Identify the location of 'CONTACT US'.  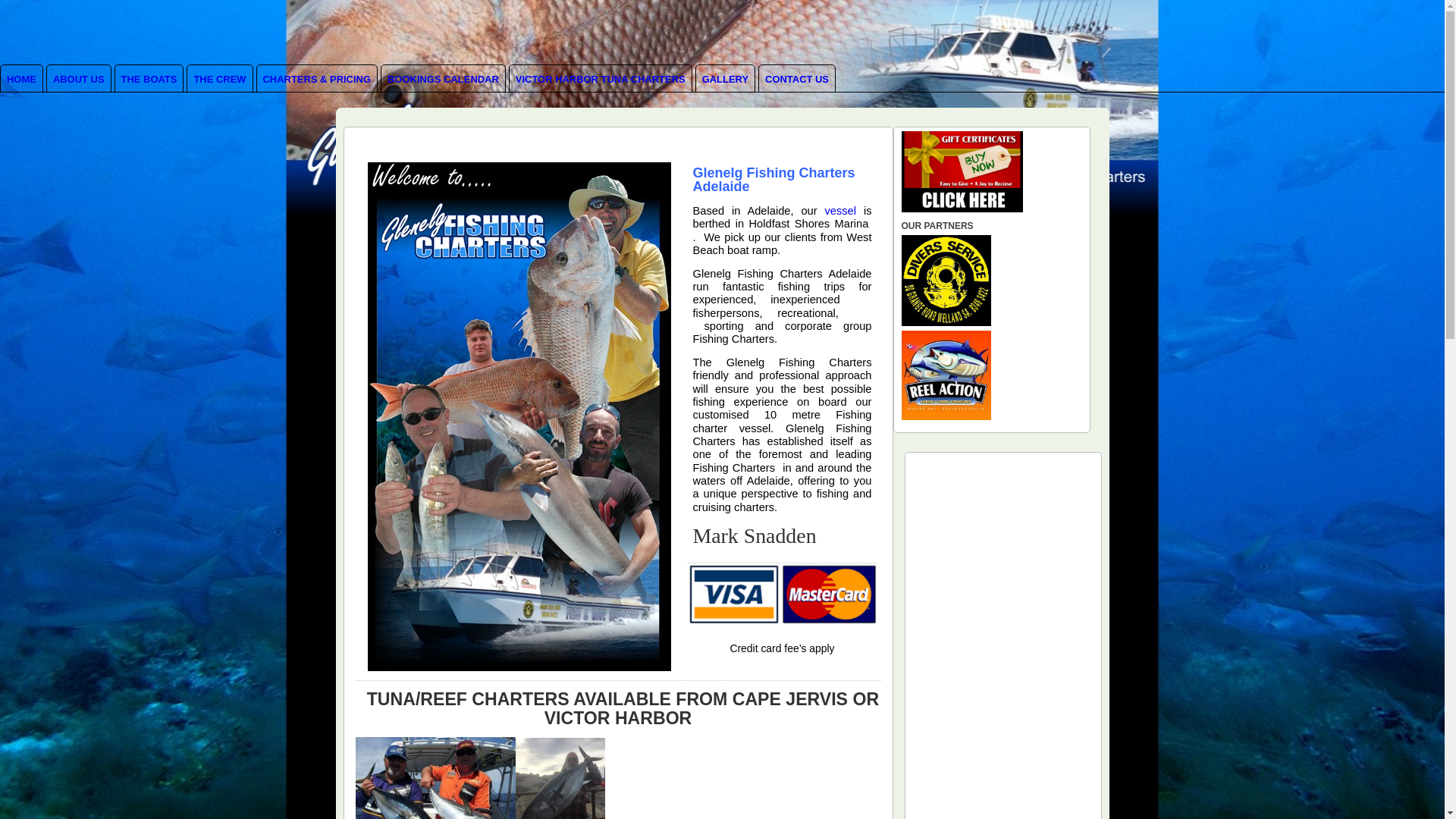
(796, 78).